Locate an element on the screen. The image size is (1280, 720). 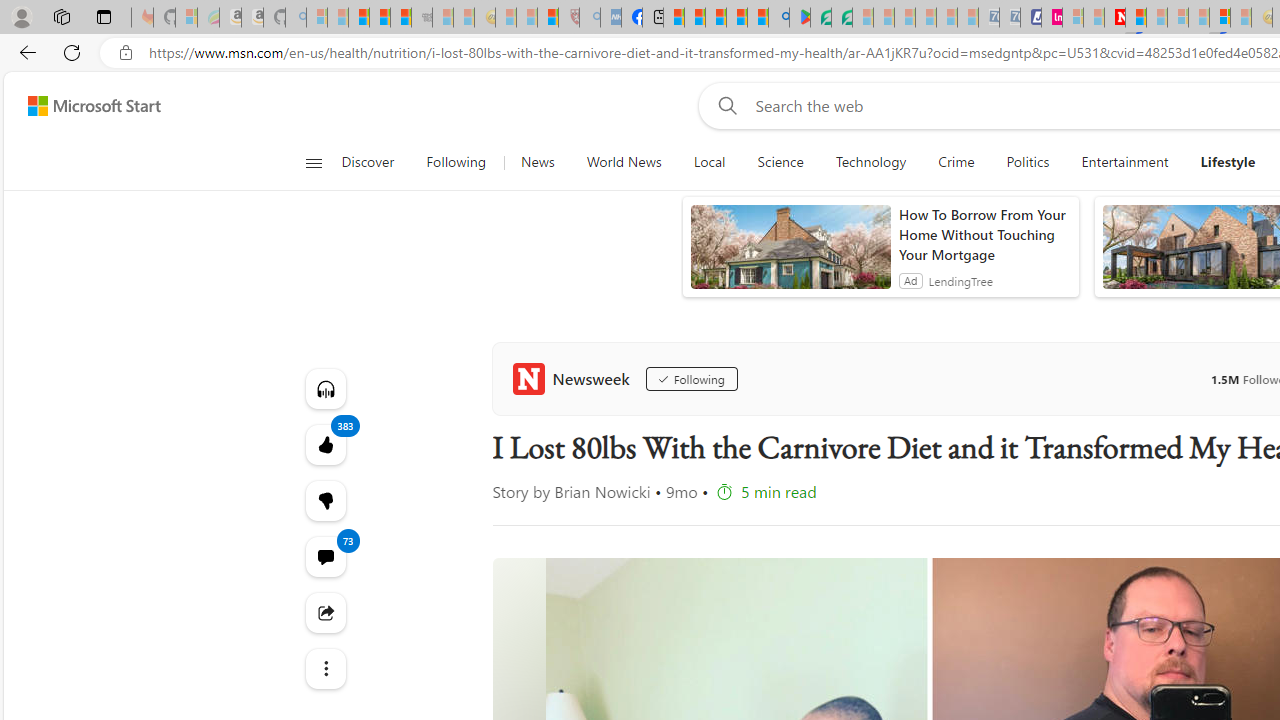
'Share this story' is located at coordinates (325, 612).